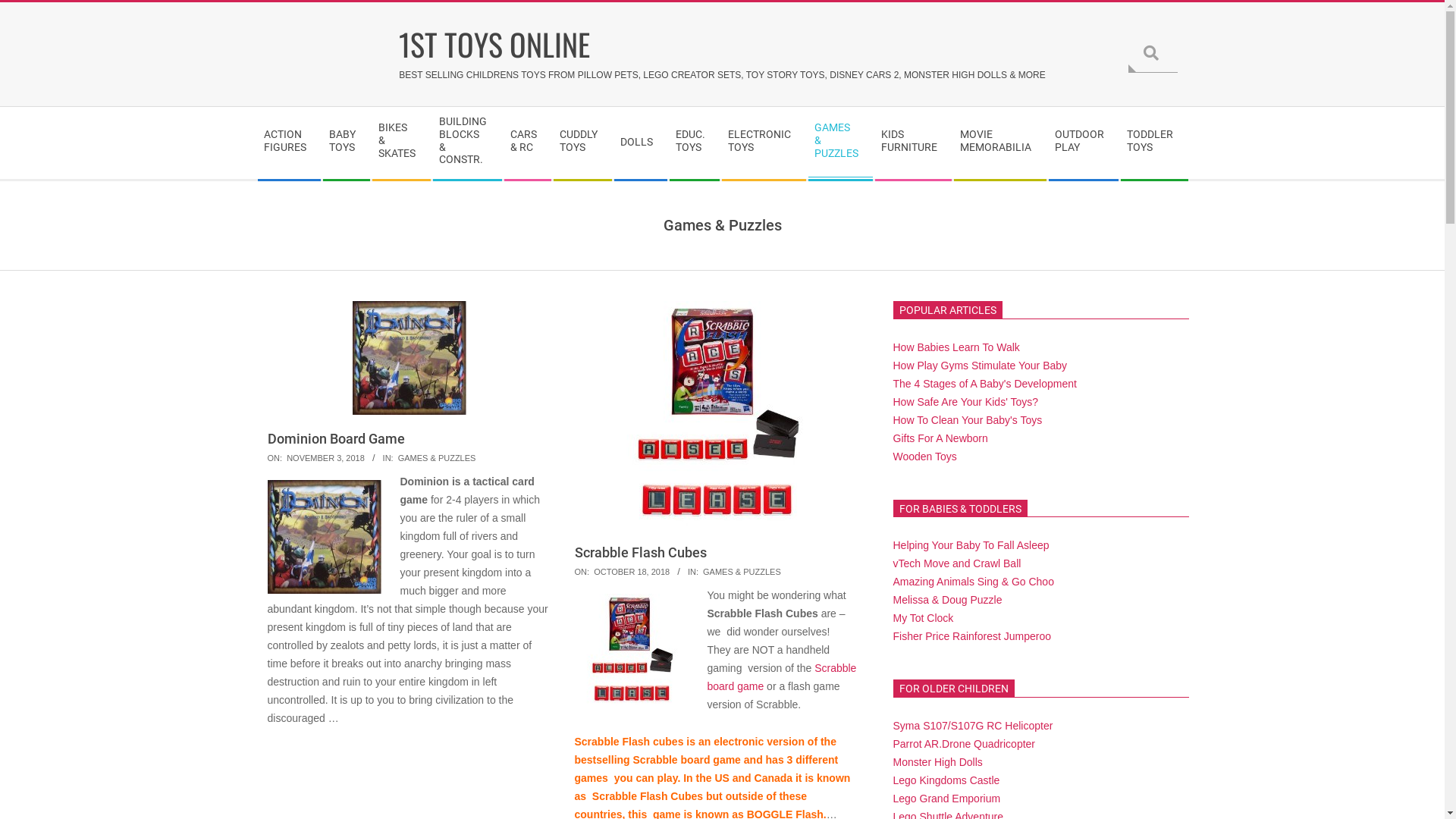  I want to click on 'The 4 Stages of A Baby's Development', so click(985, 382).